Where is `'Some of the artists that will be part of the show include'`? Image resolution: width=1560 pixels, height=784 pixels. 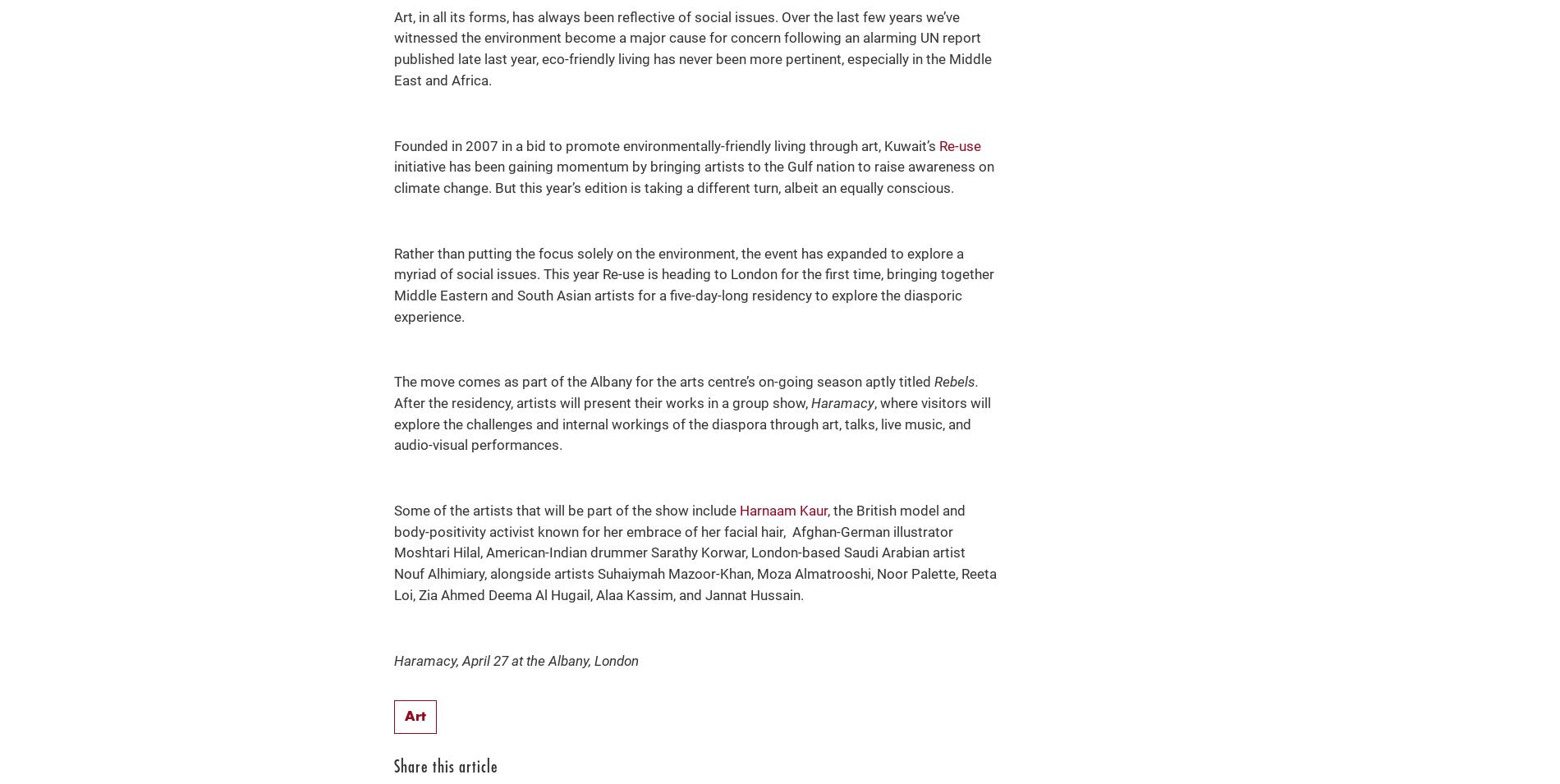 'Some of the artists that will be part of the show include' is located at coordinates (393, 510).